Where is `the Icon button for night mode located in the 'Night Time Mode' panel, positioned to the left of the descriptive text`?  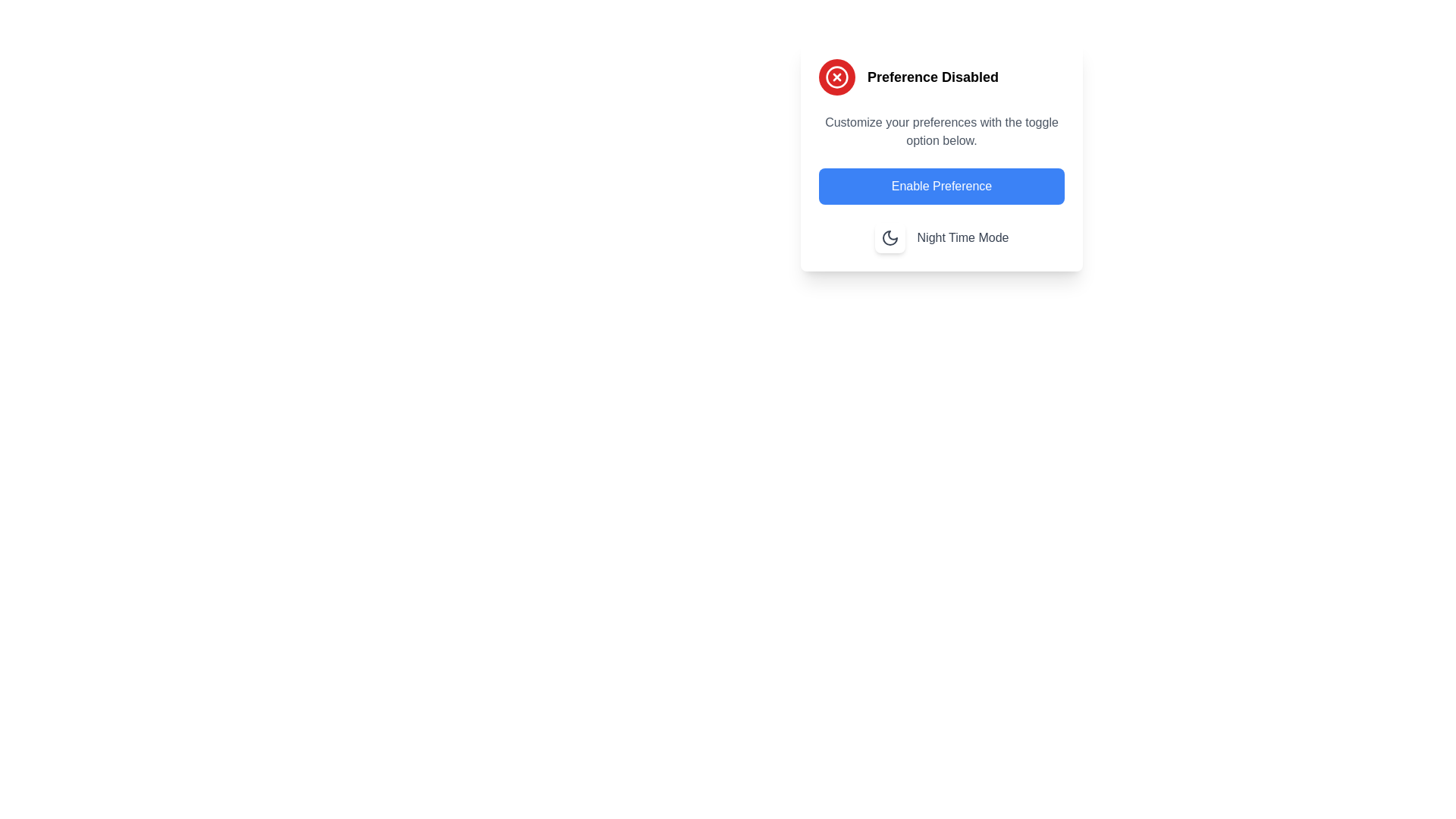
the Icon button for night mode located in the 'Night Time Mode' panel, positioned to the left of the descriptive text is located at coordinates (890, 237).